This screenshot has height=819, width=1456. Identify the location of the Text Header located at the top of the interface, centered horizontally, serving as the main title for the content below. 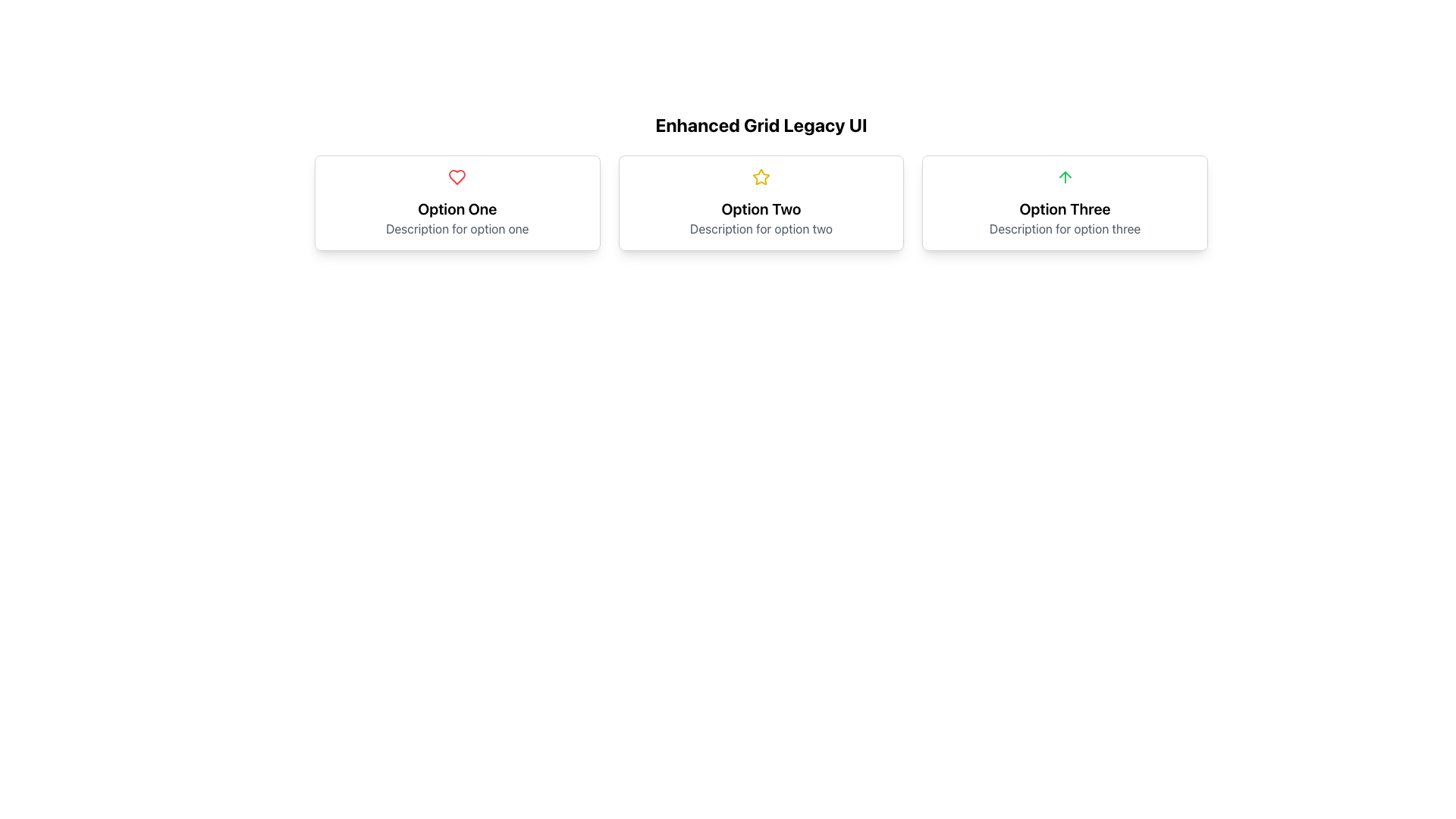
(761, 124).